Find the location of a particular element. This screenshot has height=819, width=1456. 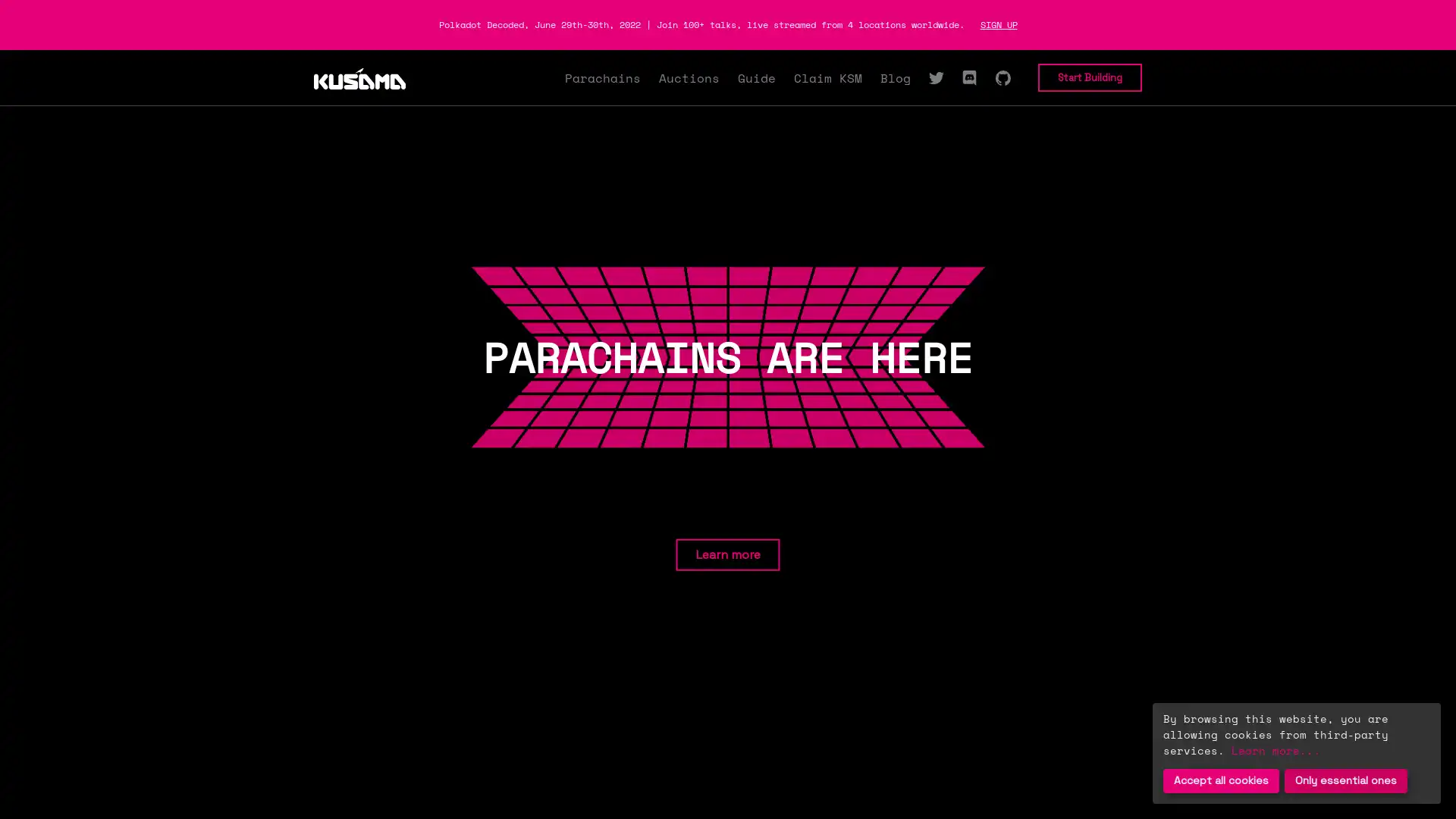

Accept all cookies is located at coordinates (1221, 780).